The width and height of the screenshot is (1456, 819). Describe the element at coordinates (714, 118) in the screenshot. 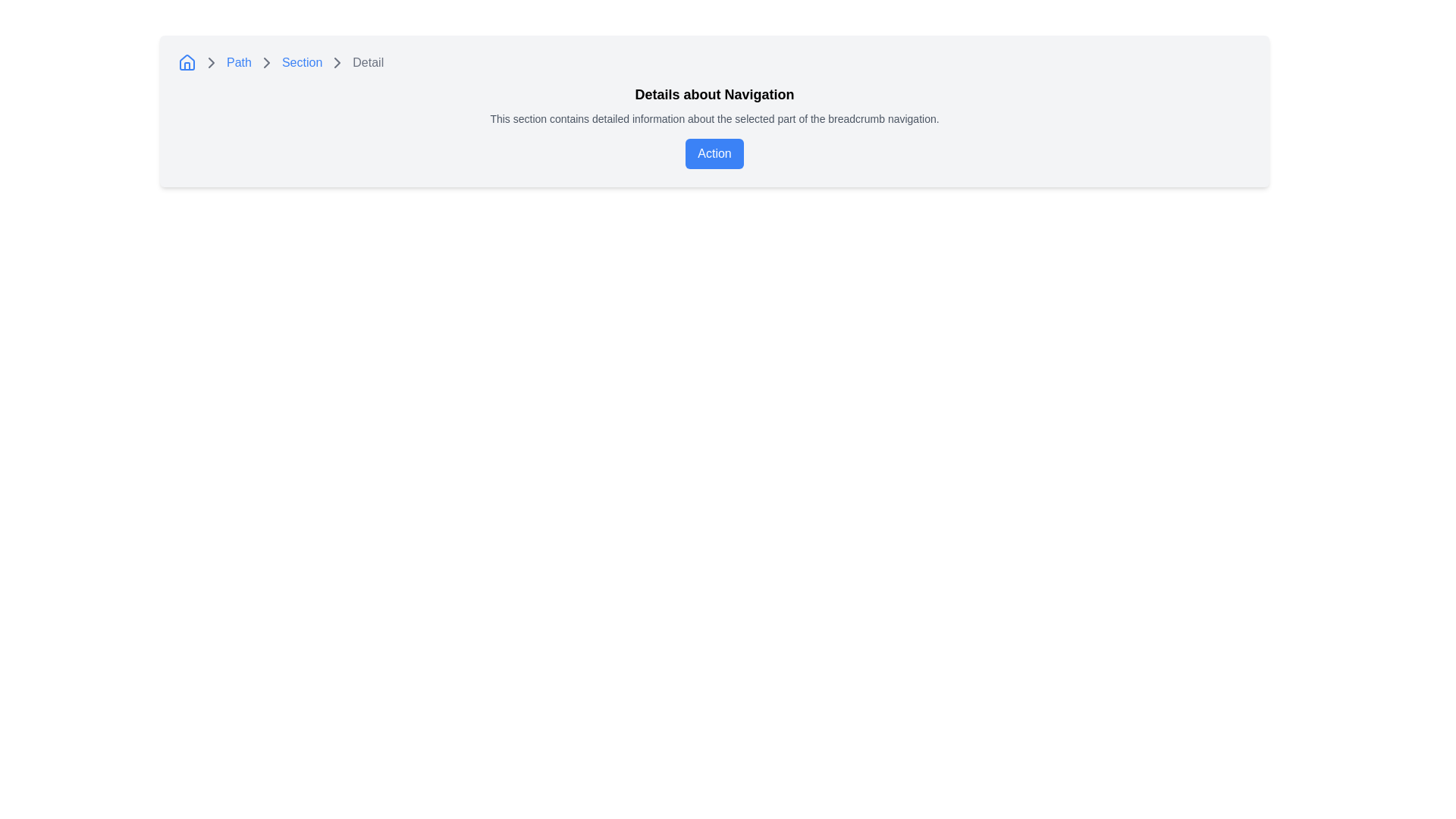

I see `the text element that reads "This section contains detailed information about the selected part of the breadcrumb navigation," which is styled in small gray text and positioned below the heading "Details about Navigation."` at that location.